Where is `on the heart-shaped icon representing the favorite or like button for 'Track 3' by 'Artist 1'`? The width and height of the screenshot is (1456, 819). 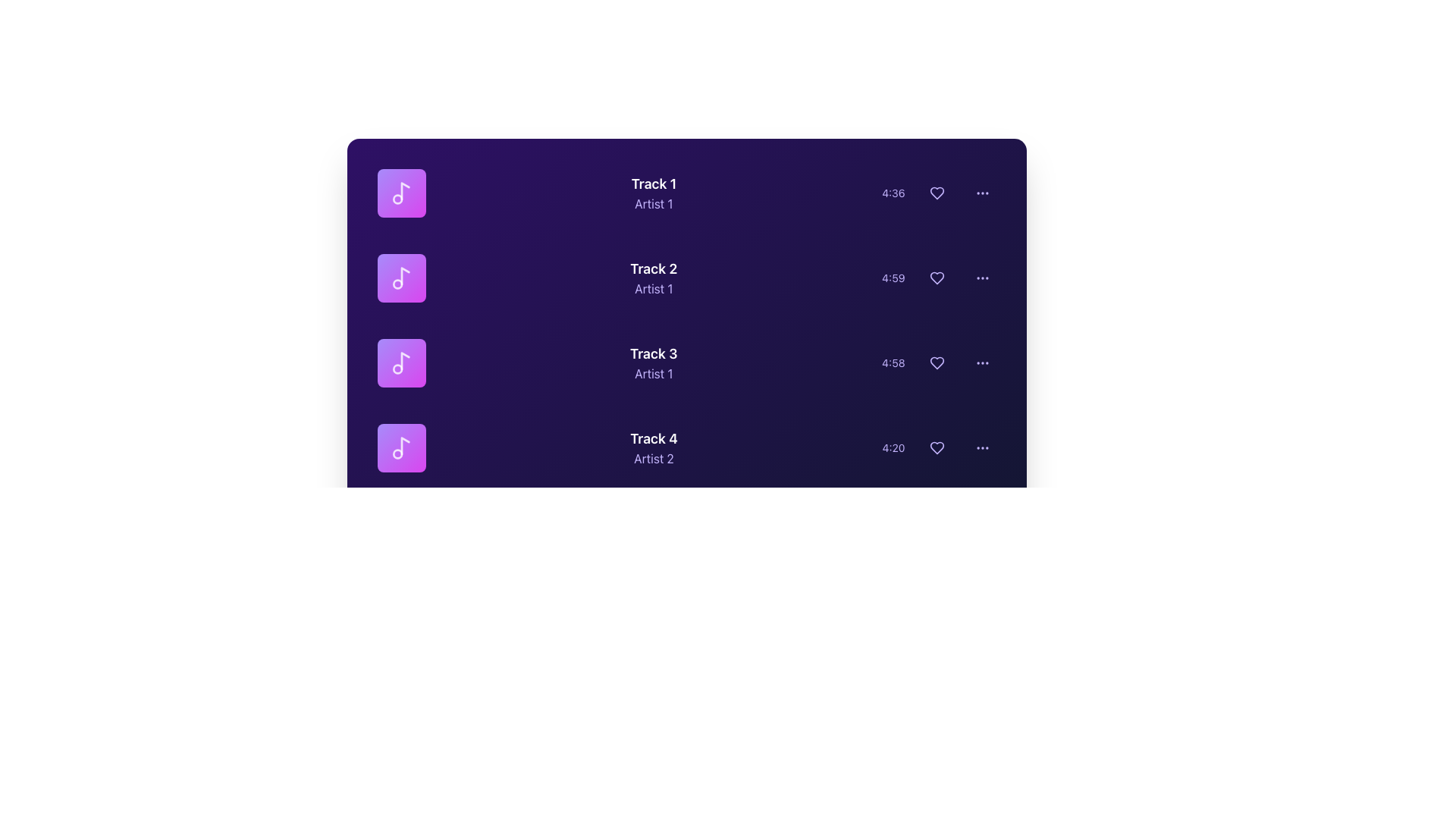 on the heart-shaped icon representing the favorite or like button for 'Track 3' by 'Artist 1' is located at coordinates (936, 362).